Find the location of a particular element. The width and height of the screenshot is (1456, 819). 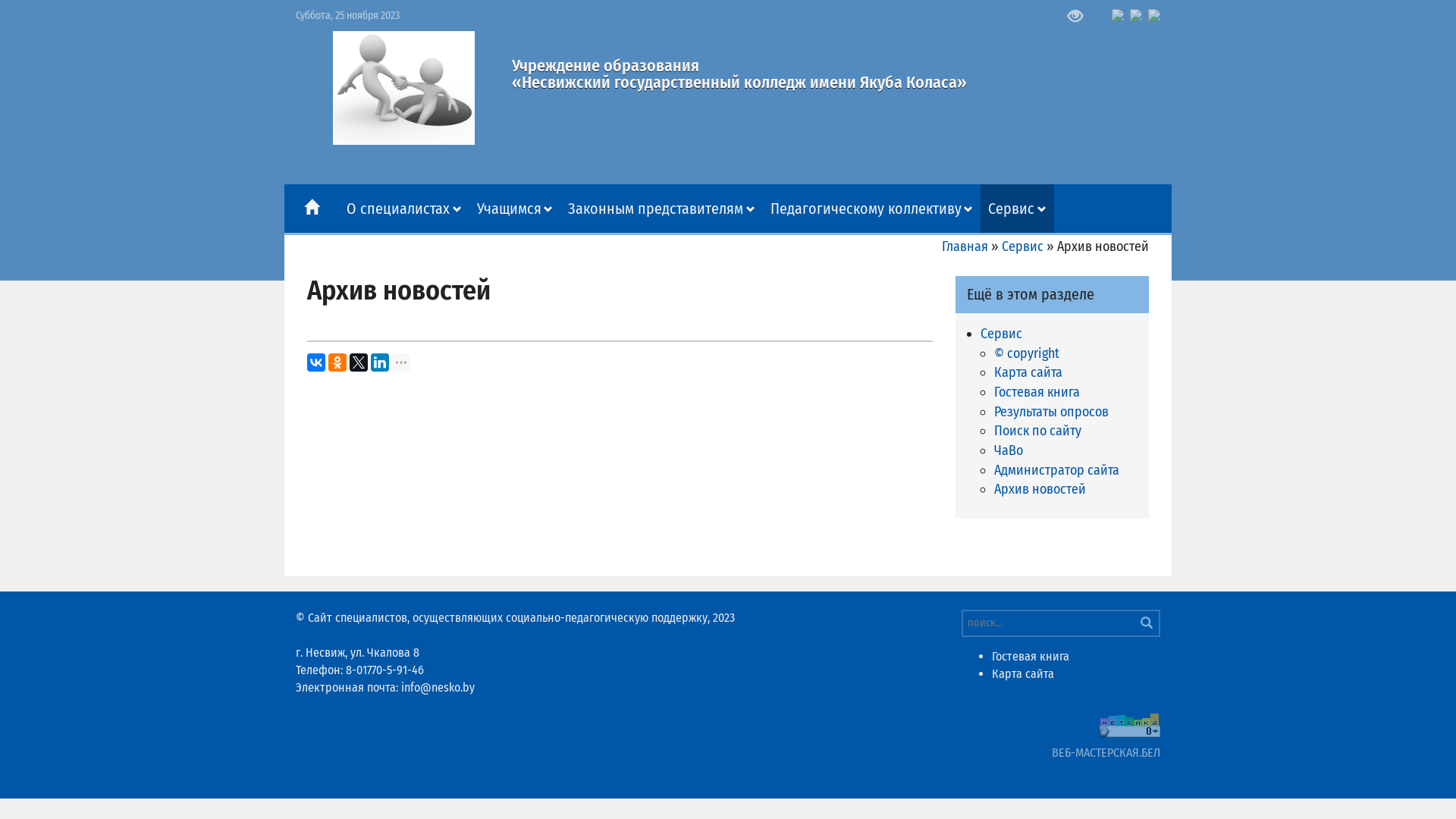

'Twitter' is located at coordinates (358, 362).